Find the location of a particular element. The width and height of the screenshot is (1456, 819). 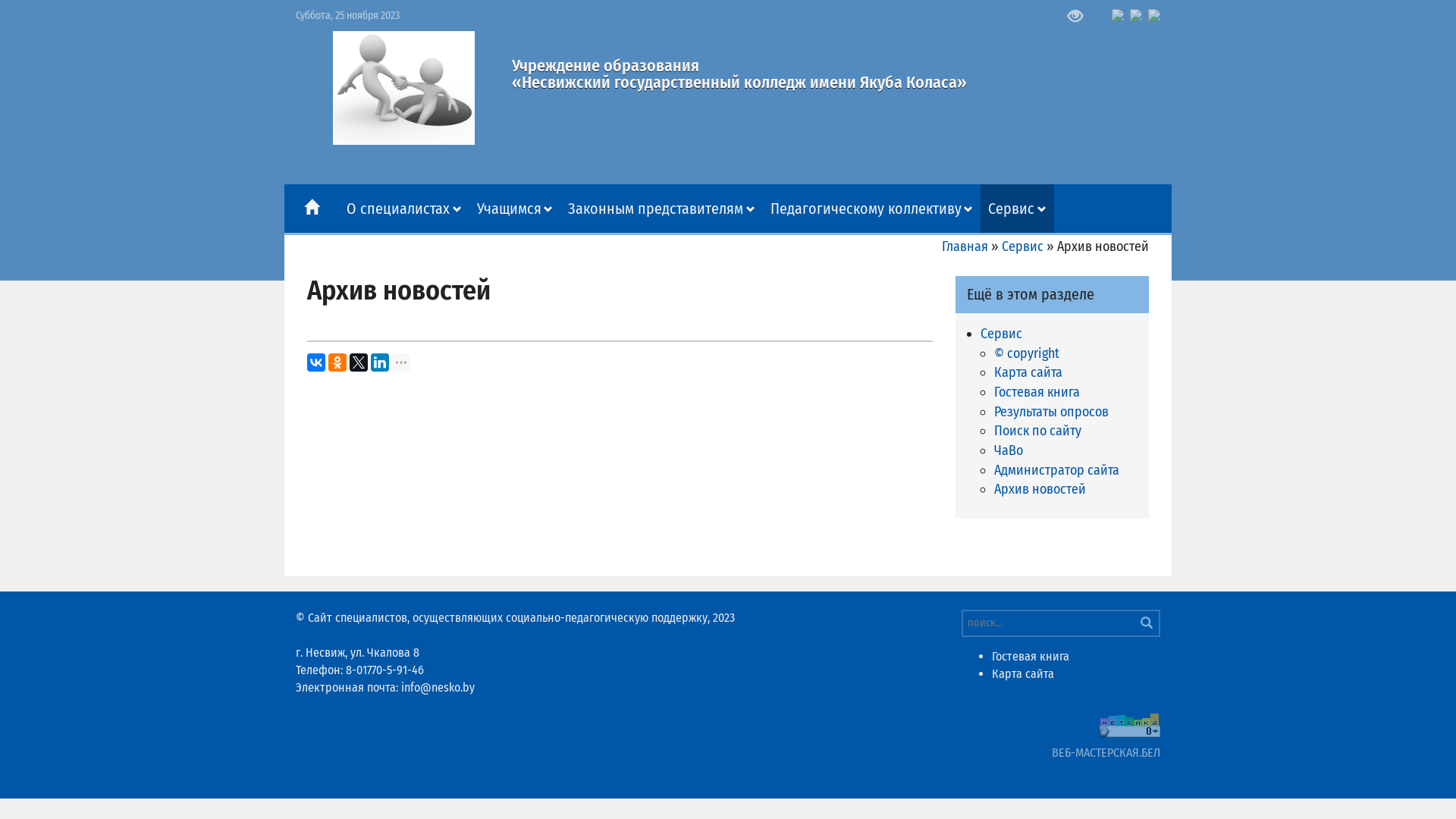

'Twitter' is located at coordinates (358, 362).